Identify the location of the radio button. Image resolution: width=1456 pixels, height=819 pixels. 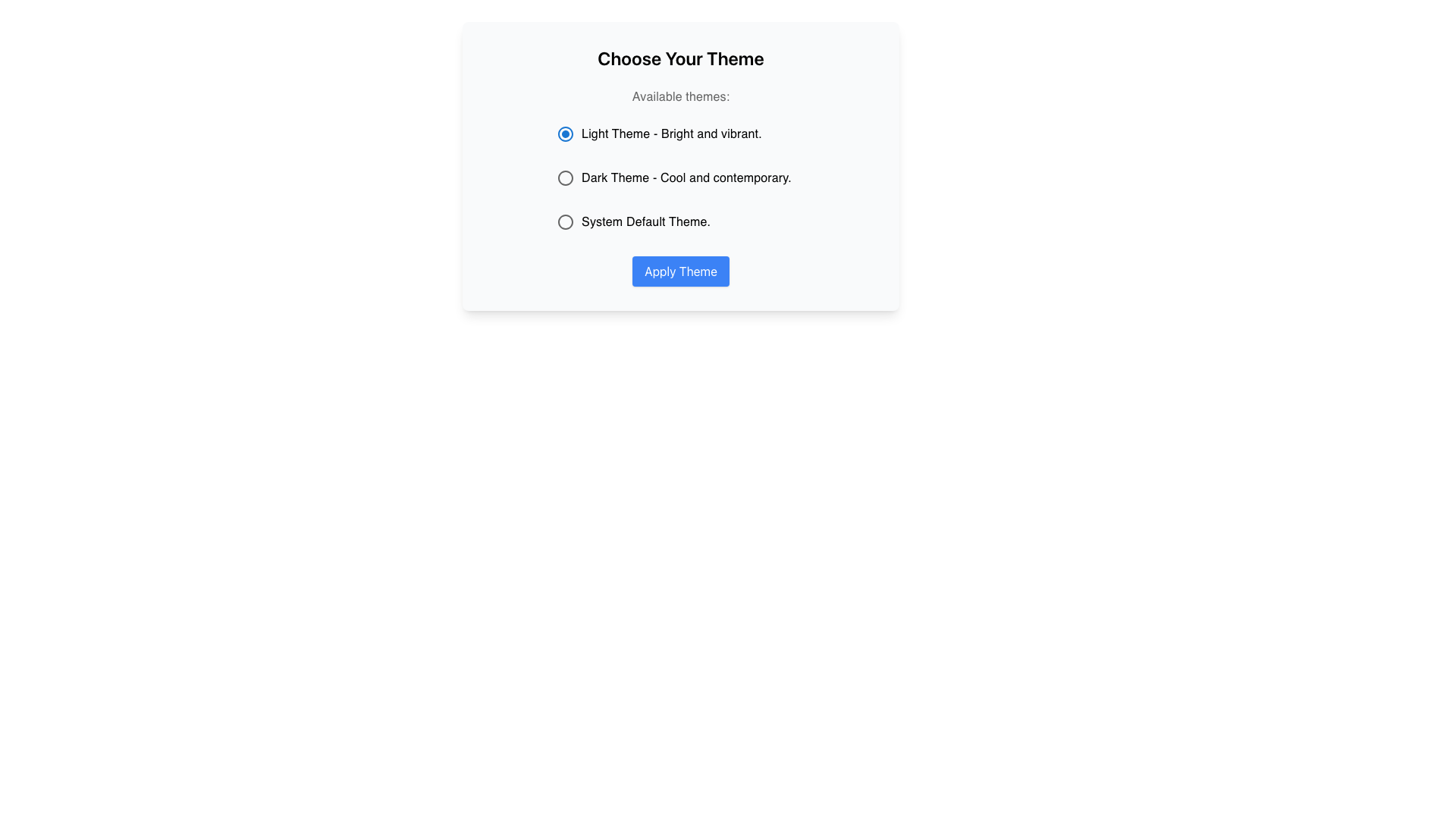
(565, 133).